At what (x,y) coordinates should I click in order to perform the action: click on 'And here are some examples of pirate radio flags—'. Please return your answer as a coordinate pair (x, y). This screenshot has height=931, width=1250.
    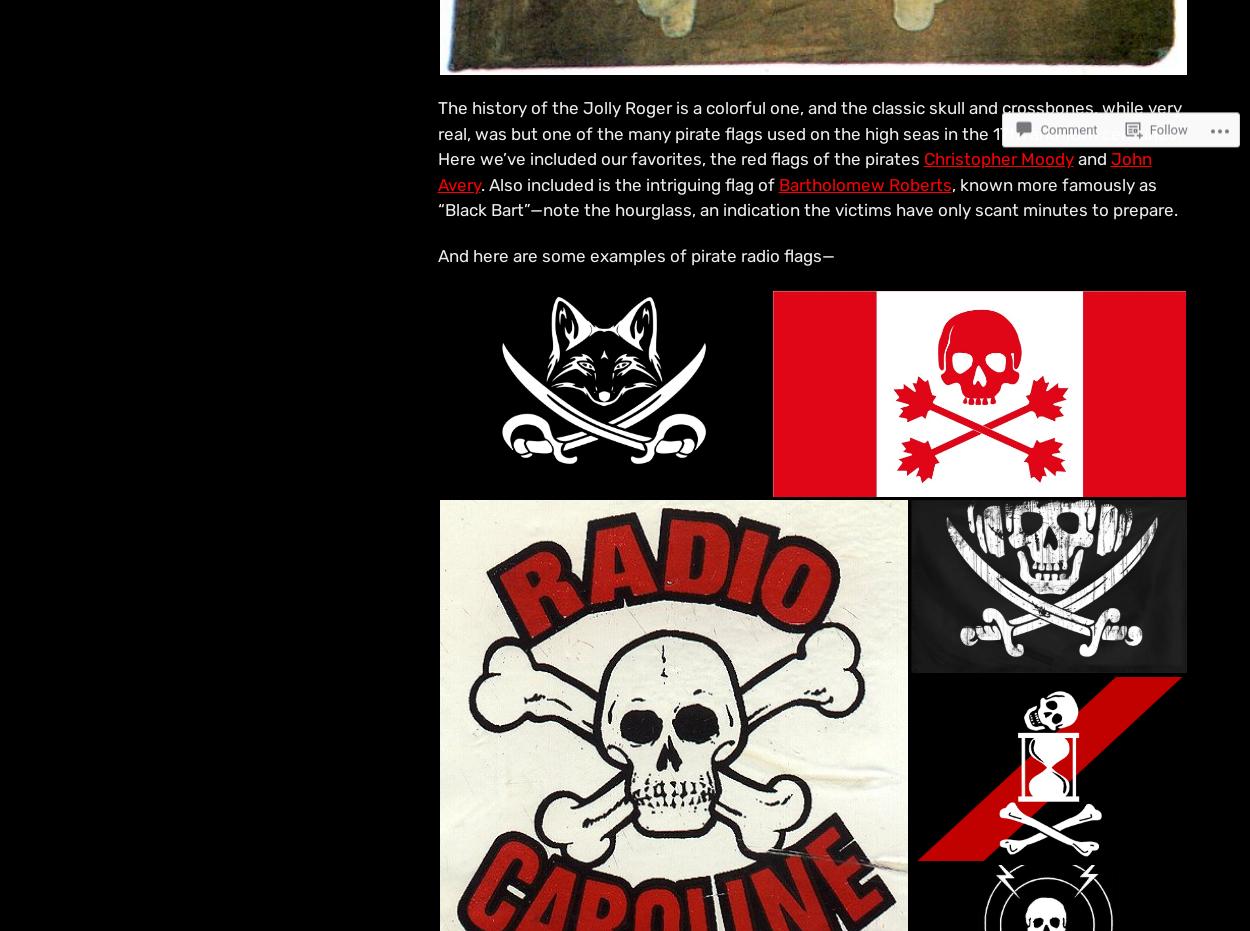
    Looking at the image, I should click on (635, 255).